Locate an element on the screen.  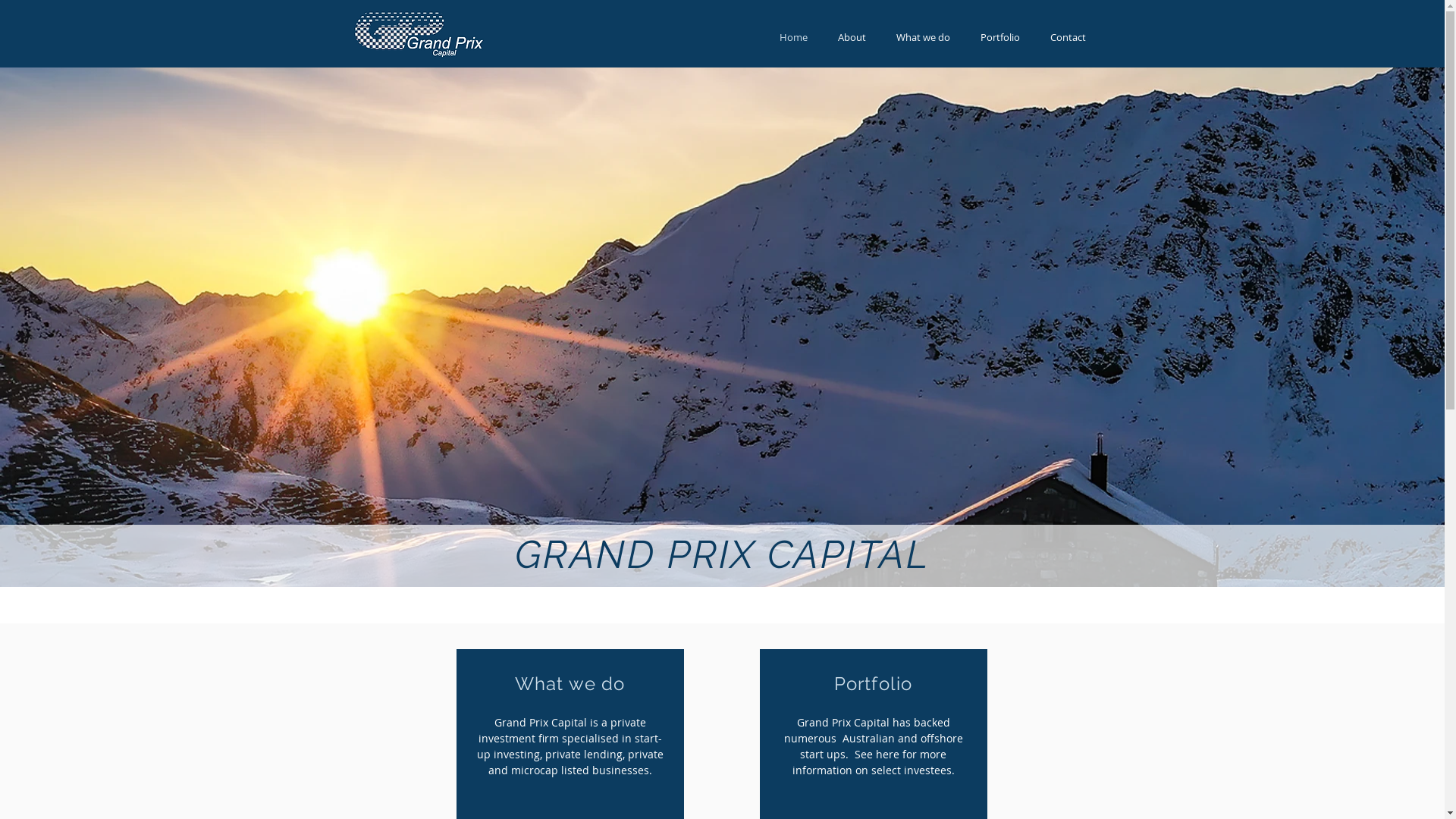
'Portfolio' is located at coordinates (999, 36).